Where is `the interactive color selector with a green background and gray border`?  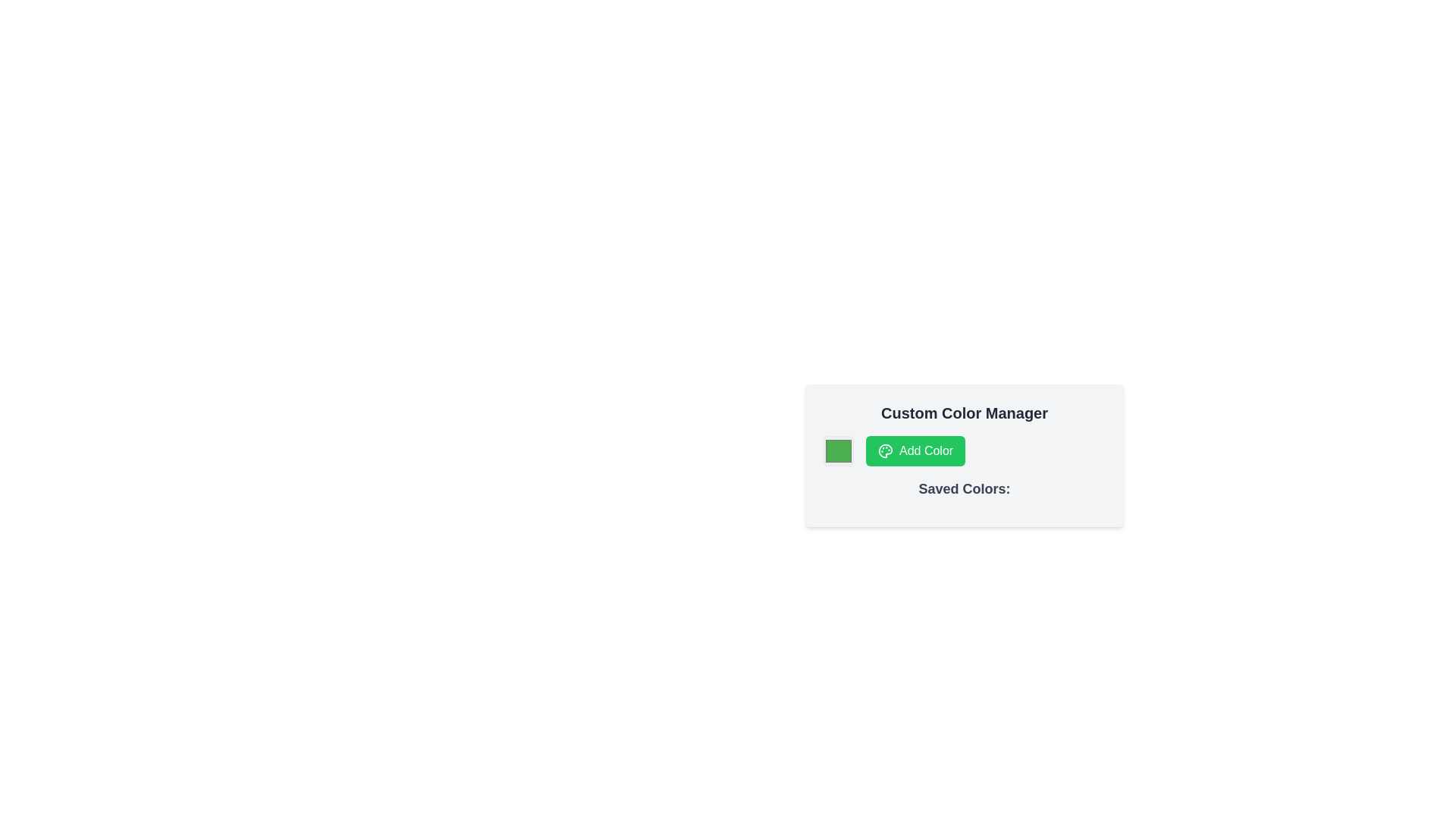 the interactive color selector with a green background and gray border is located at coordinates (837, 450).